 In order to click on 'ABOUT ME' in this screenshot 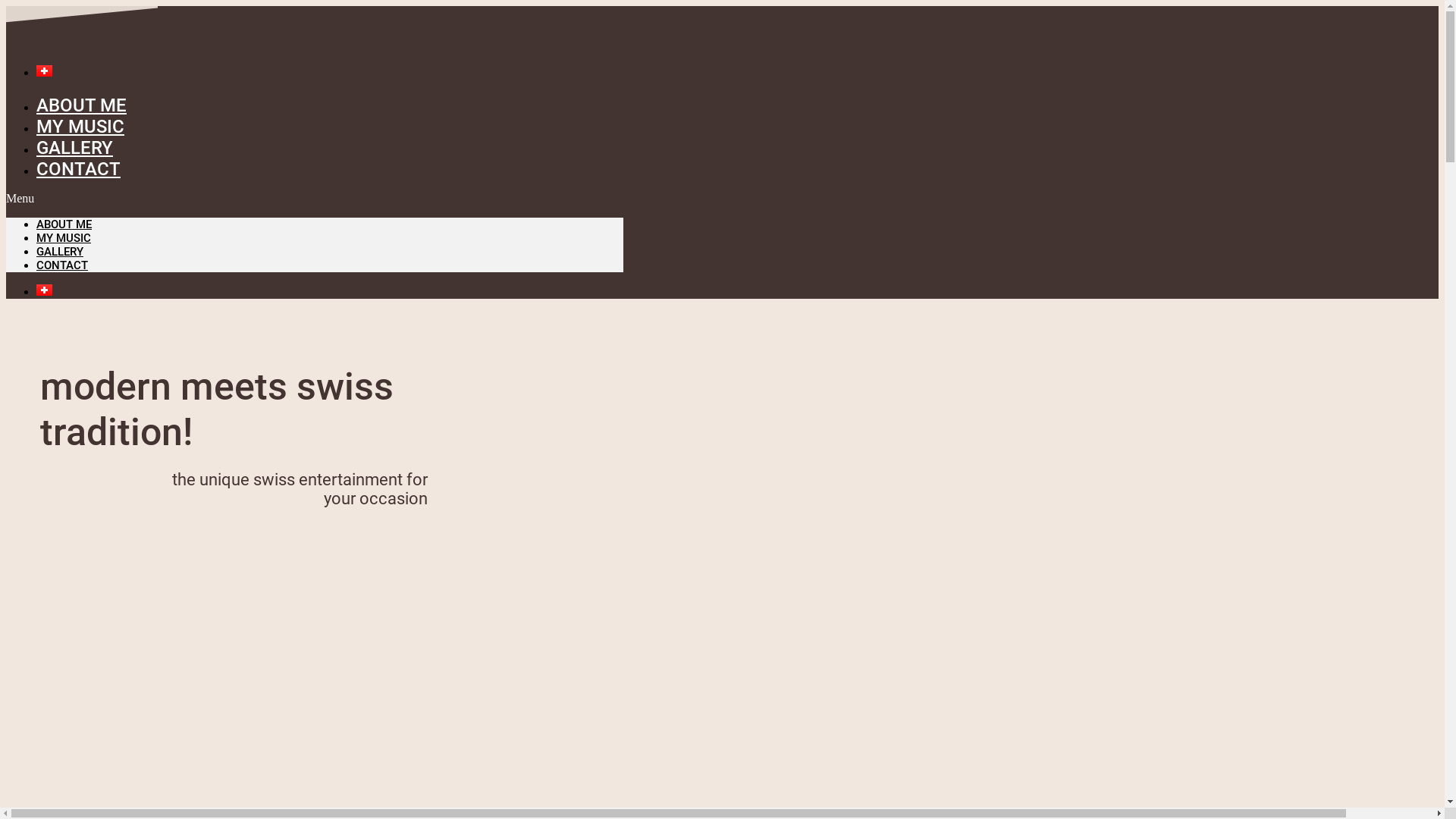, I will do `click(80, 104)`.